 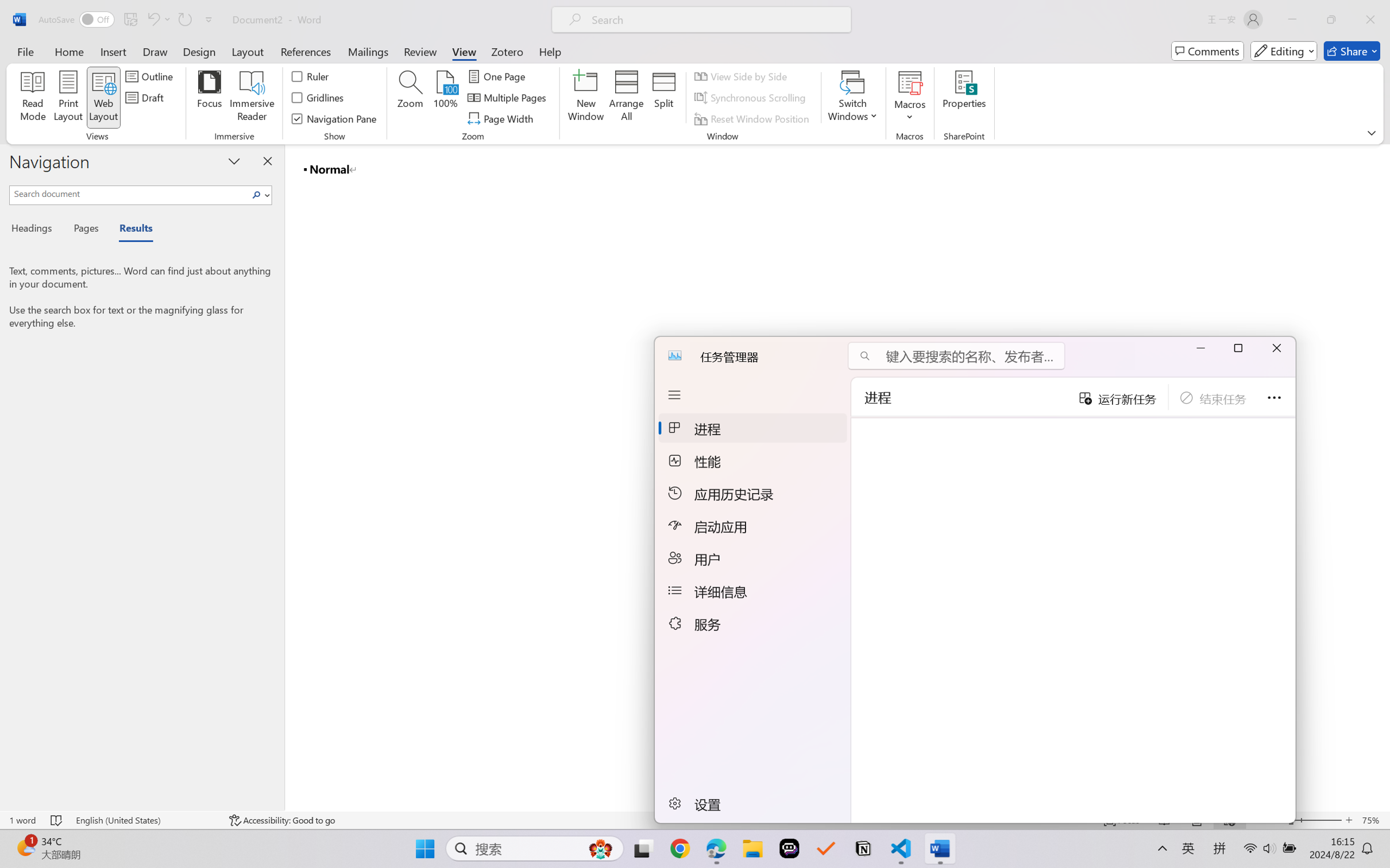 What do you see at coordinates (233, 161) in the screenshot?
I see `'Task Pane Options'` at bounding box center [233, 161].